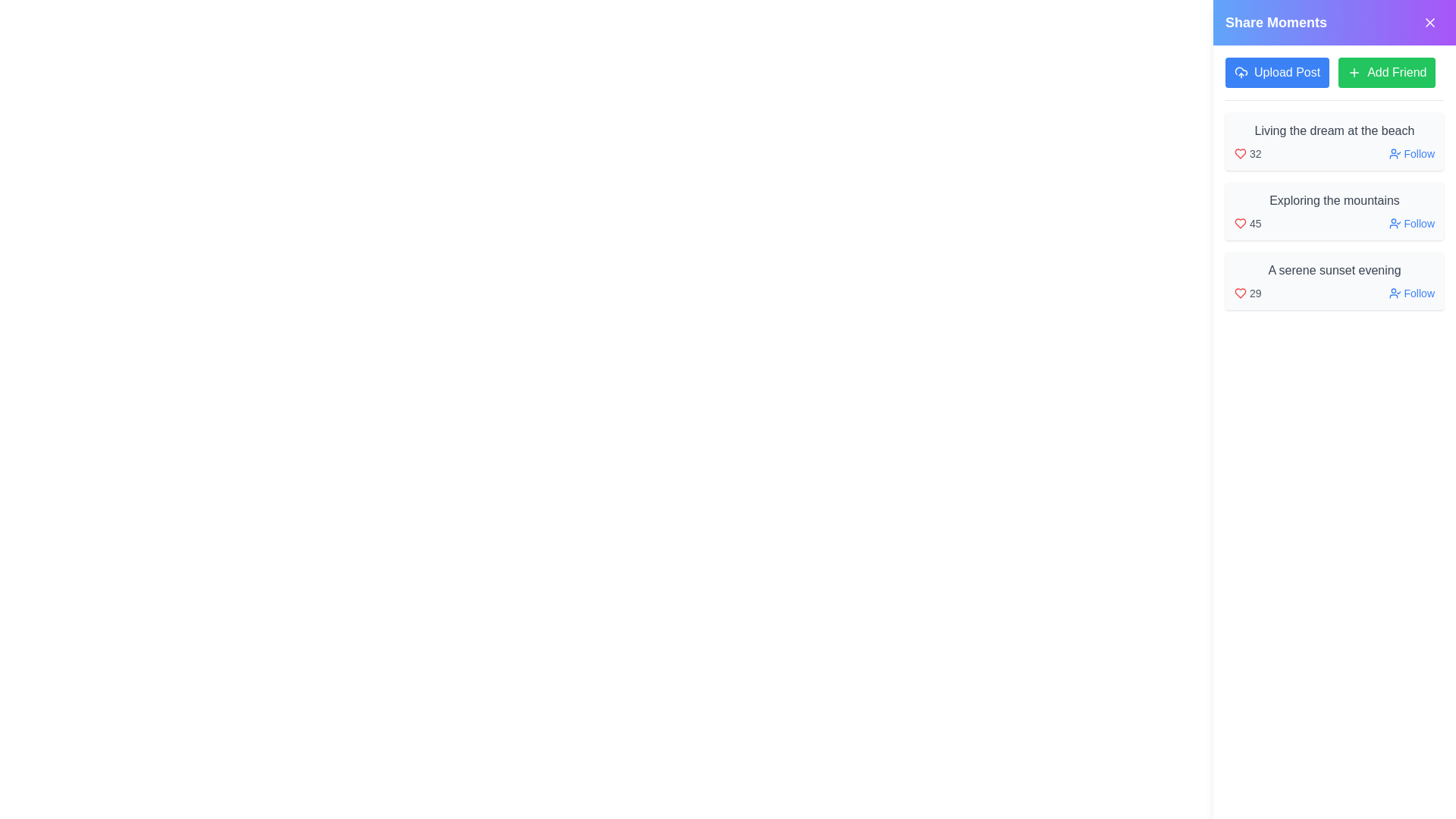 The image size is (1456, 819). I want to click on the label that serves as a title or description for the associated card, located in the vertical list of cards in the sidebar, specifically the center text of the second card from the top, so click(1335, 200).